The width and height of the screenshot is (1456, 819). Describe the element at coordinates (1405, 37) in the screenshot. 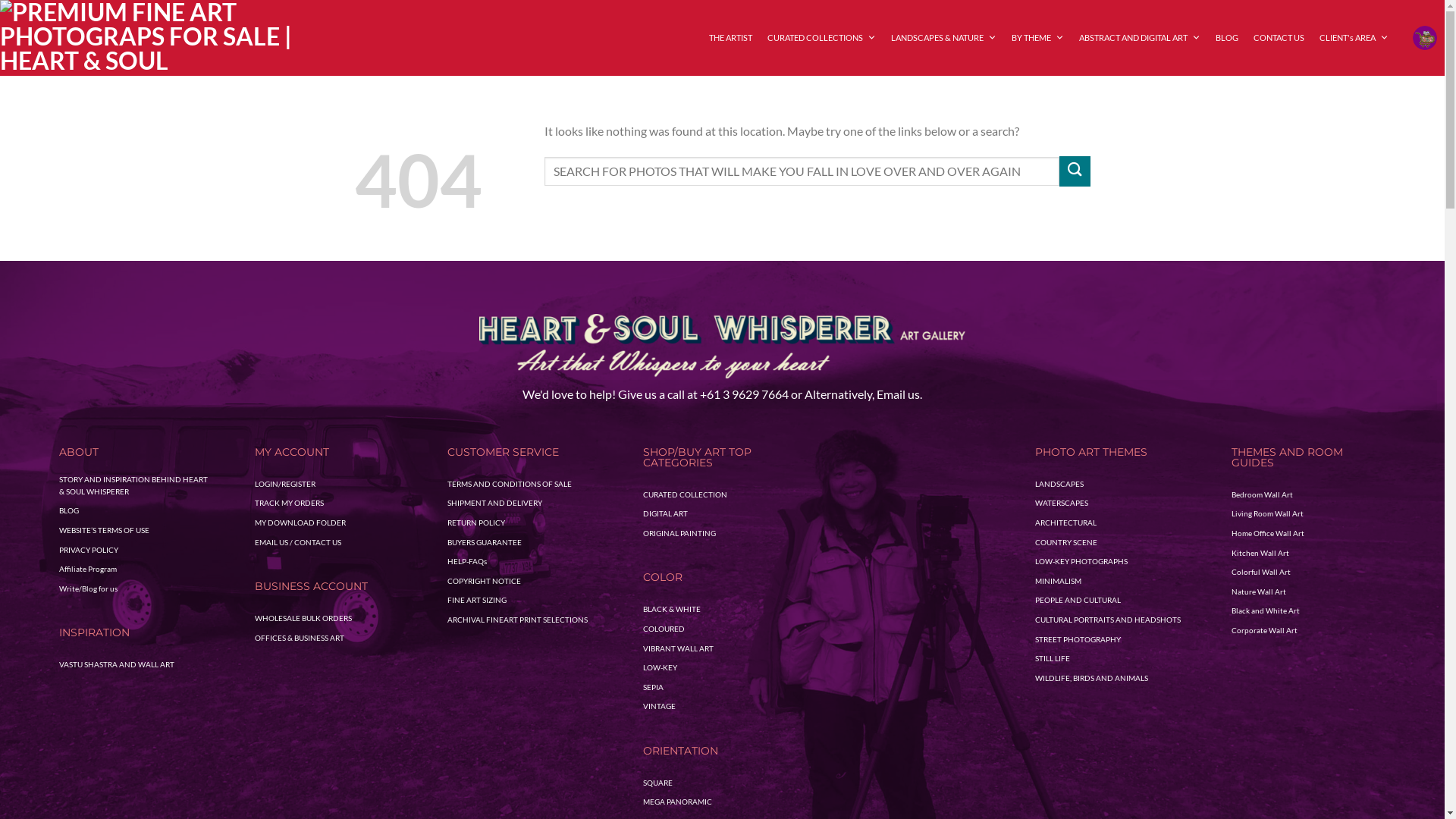

I see `'Cart'` at that location.